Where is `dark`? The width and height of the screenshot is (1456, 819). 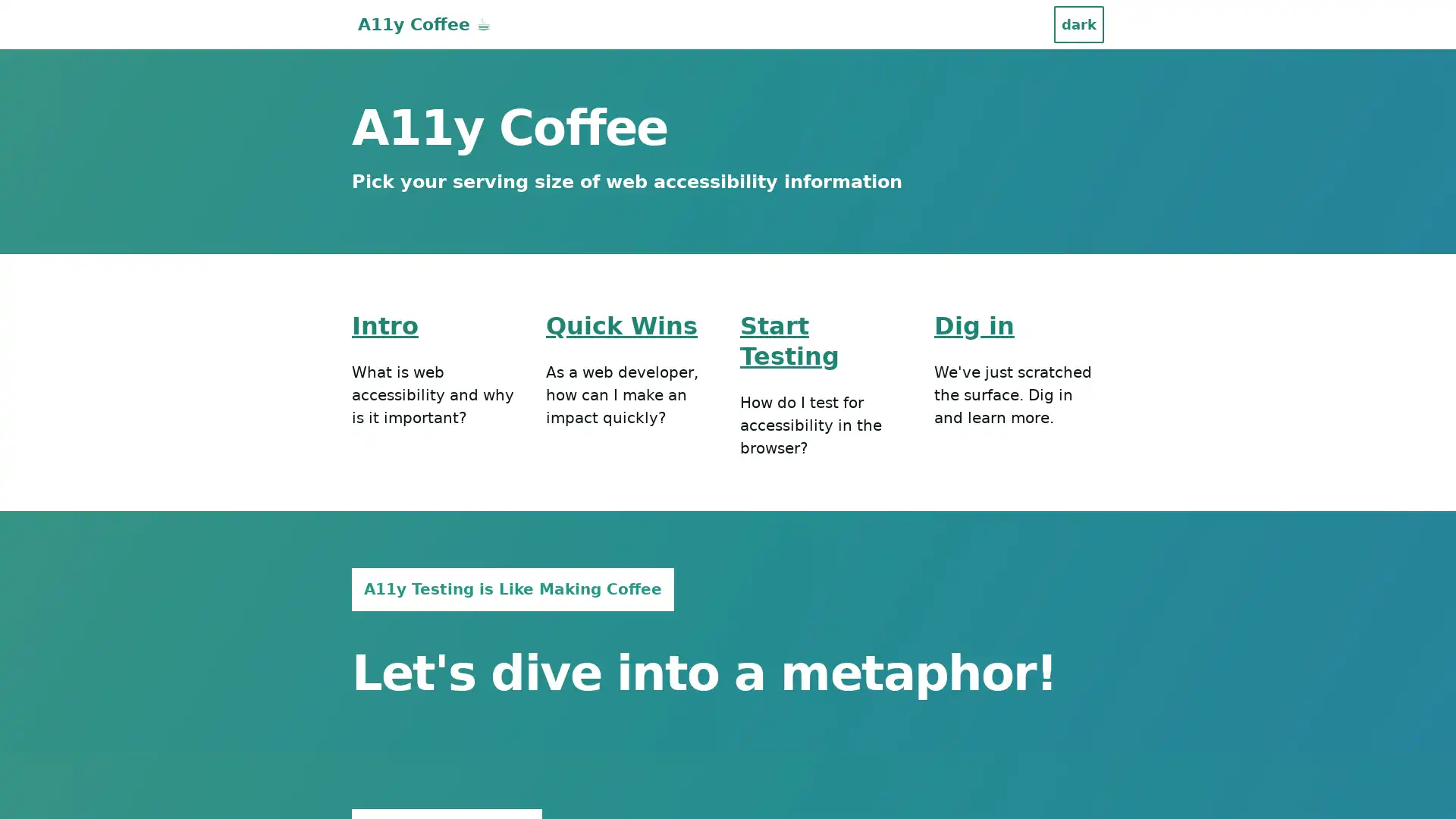 dark is located at coordinates (1078, 24).